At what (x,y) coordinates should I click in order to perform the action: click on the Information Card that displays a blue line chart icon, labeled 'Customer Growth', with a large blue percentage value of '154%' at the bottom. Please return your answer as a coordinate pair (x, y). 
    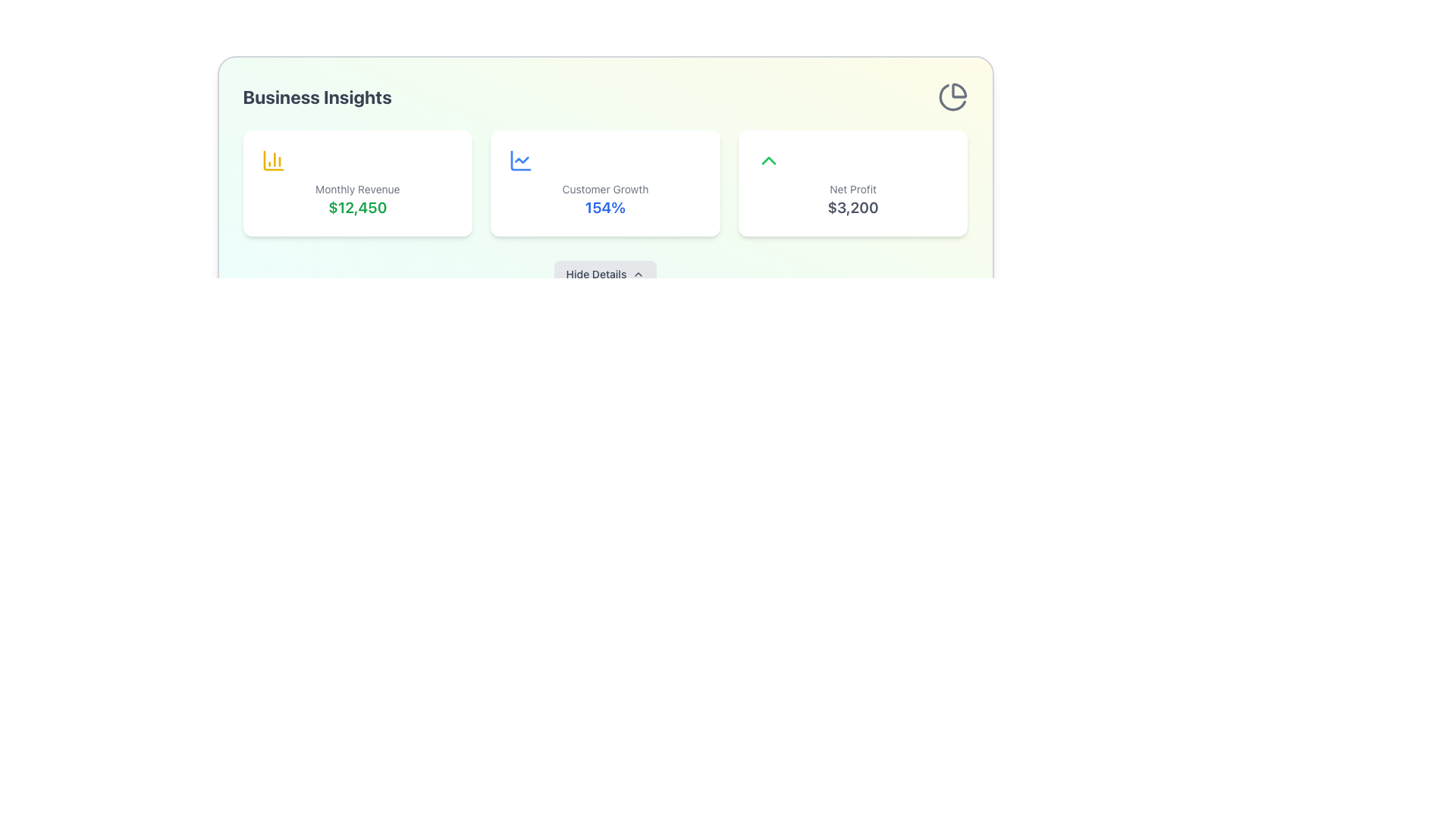
    Looking at the image, I should click on (604, 183).